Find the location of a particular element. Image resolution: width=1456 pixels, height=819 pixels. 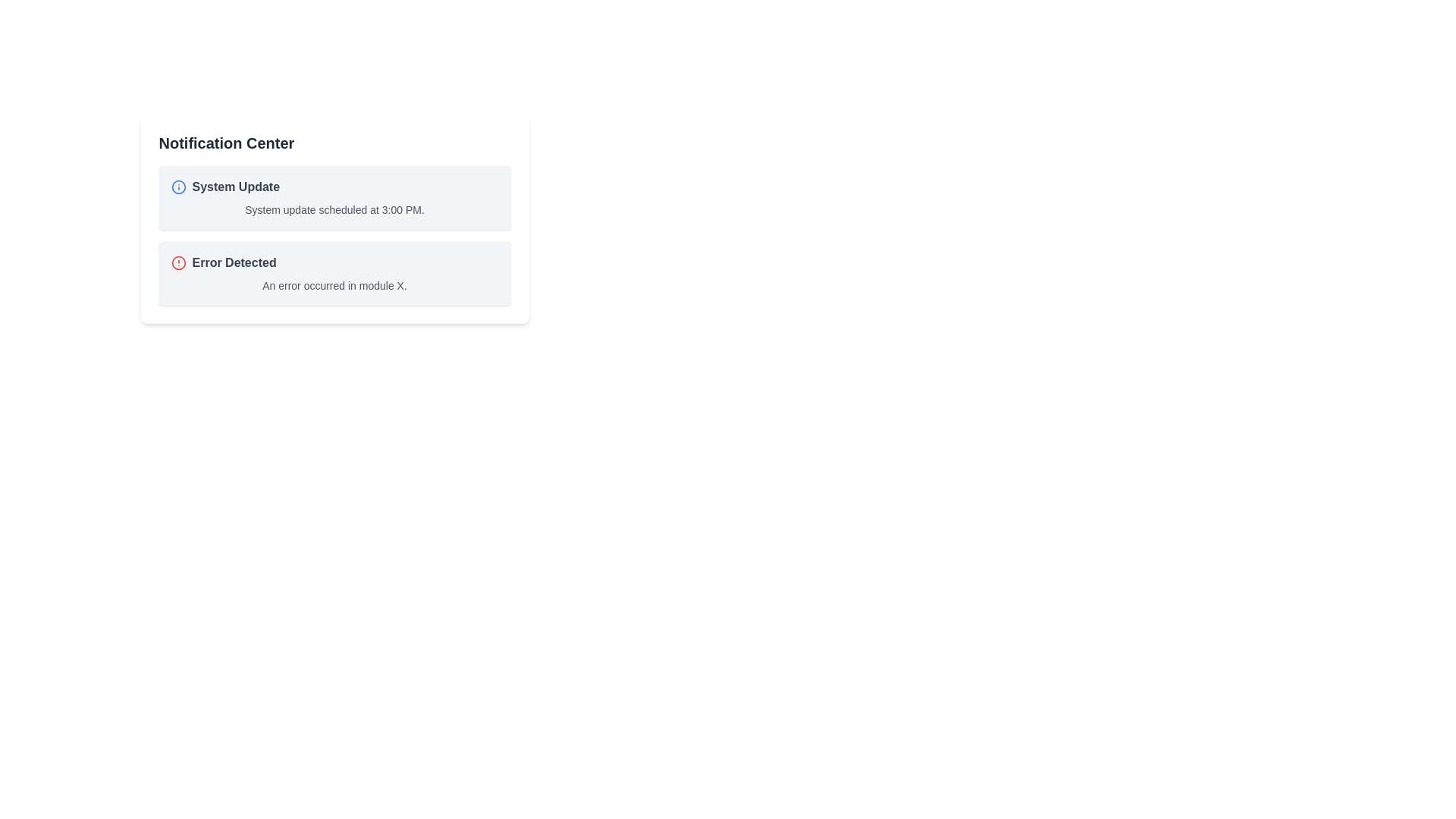

the notification header with the blue circular icon and 'System Update' text is located at coordinates (334, 186).